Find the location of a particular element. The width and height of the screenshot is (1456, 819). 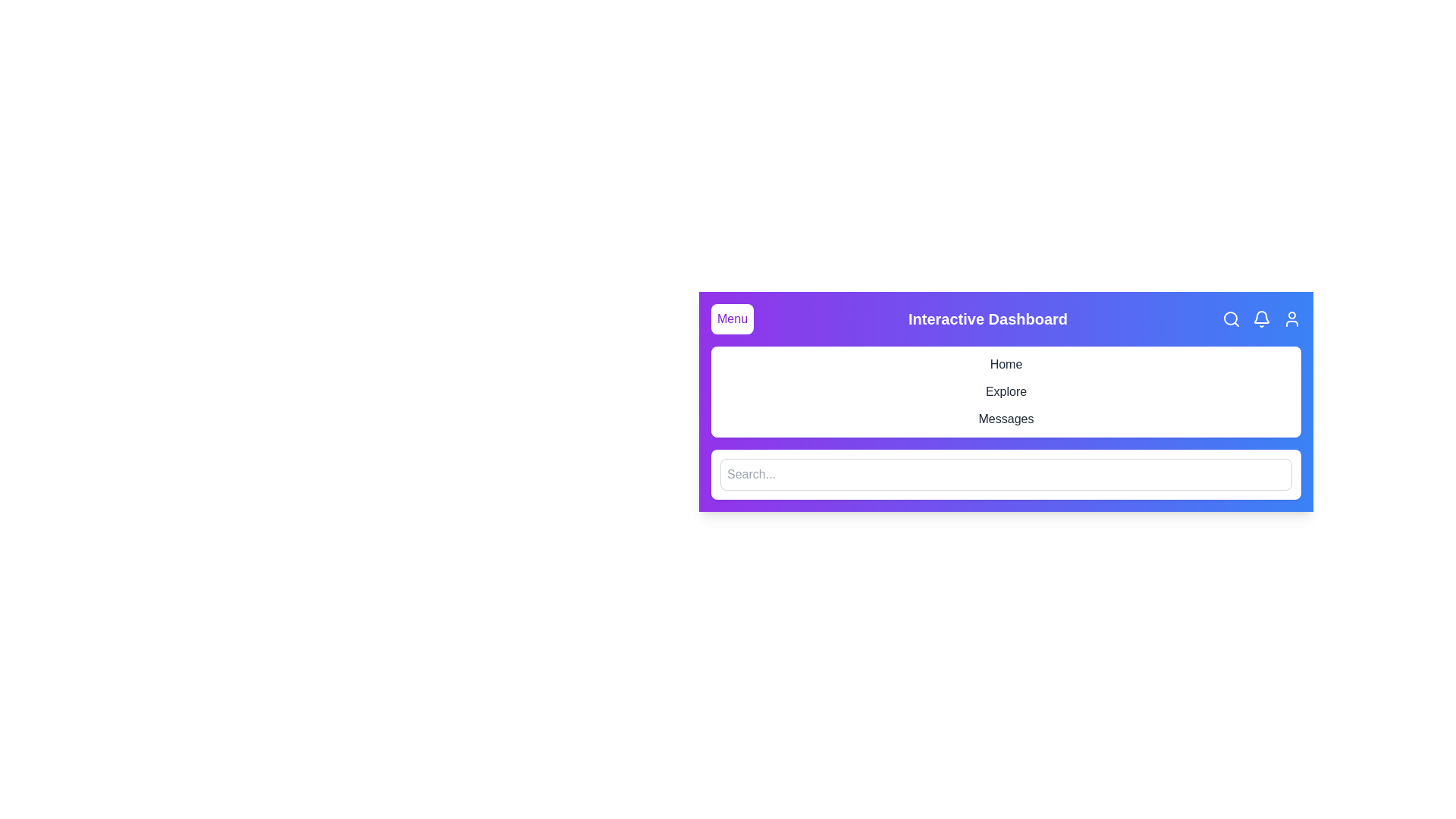

the Search icon to observe its hover effect is located at coordinates (1231, 318).